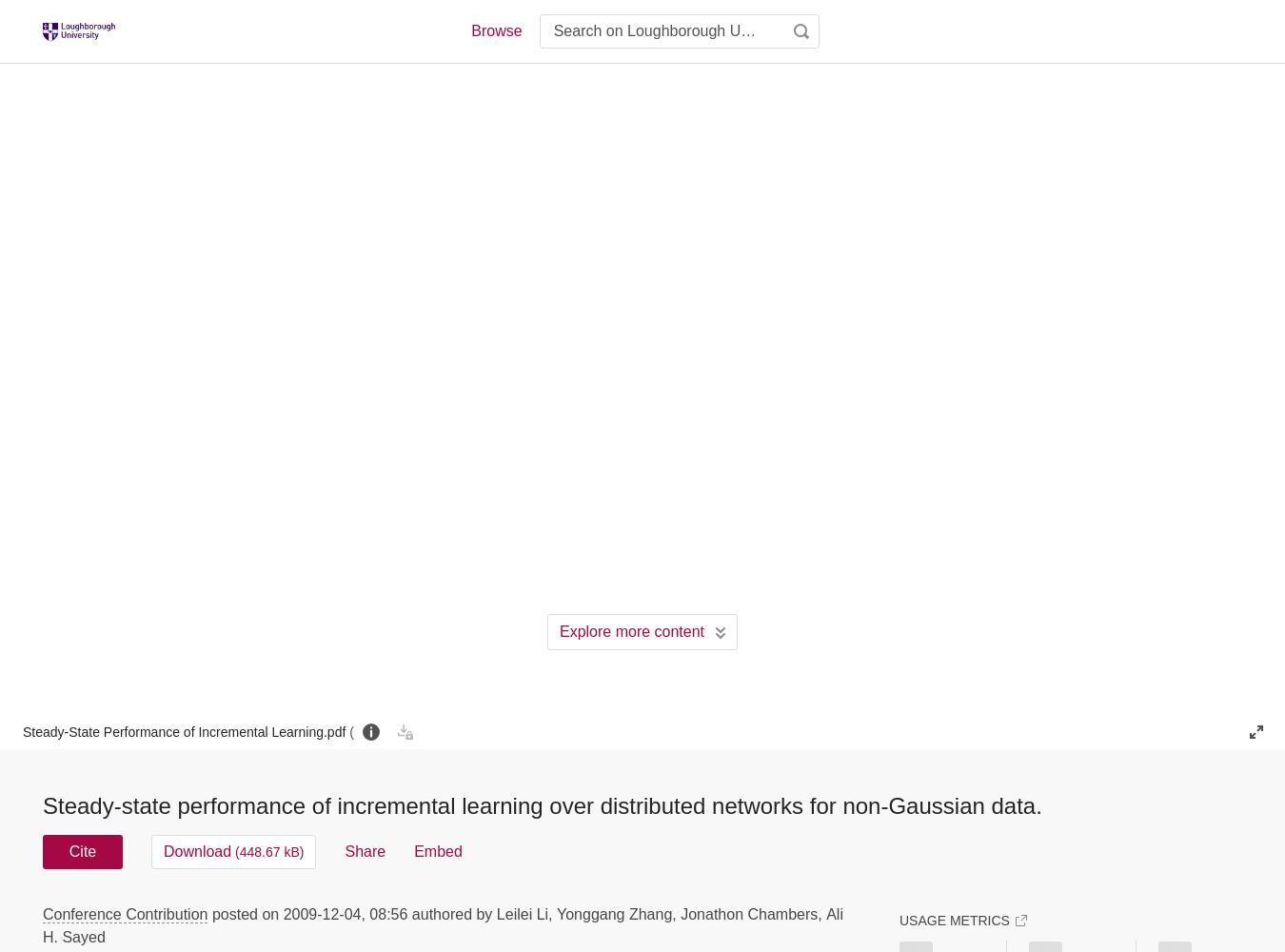 The height and width of the screenshot is (952, 1285). What do you see at coordinates (679, 912) in the screenshot?
I see `'Jonathon Chambers'` at bounding box center [679, 912].